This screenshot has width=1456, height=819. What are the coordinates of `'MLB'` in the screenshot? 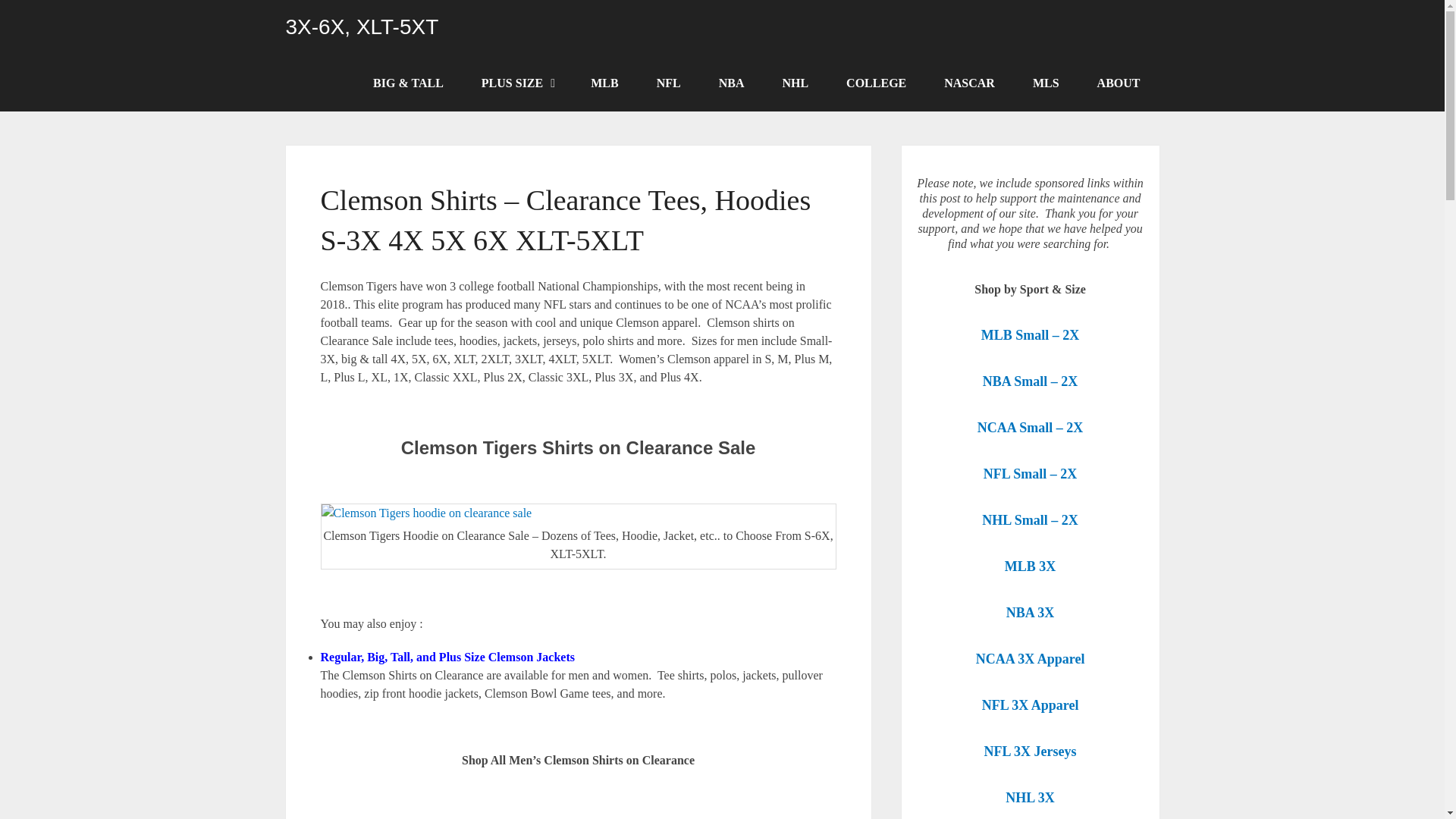 It's located at (570, 83).